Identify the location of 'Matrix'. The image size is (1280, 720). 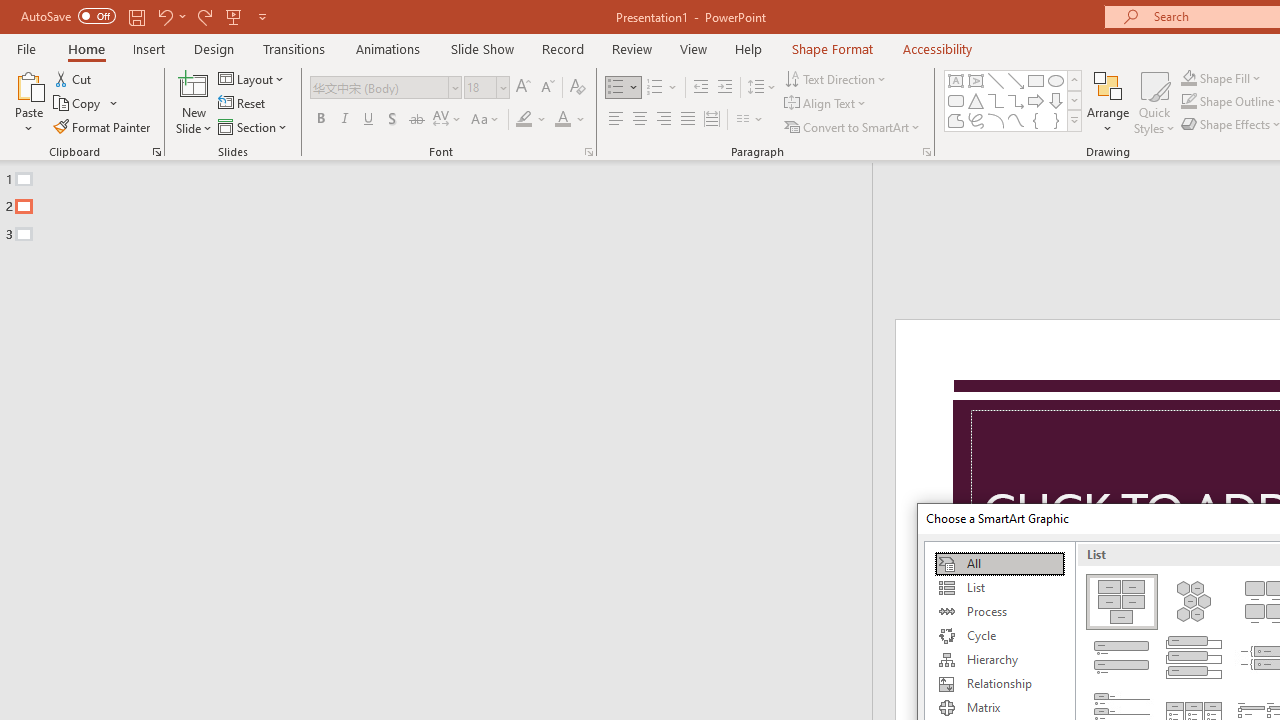
(999, 707).